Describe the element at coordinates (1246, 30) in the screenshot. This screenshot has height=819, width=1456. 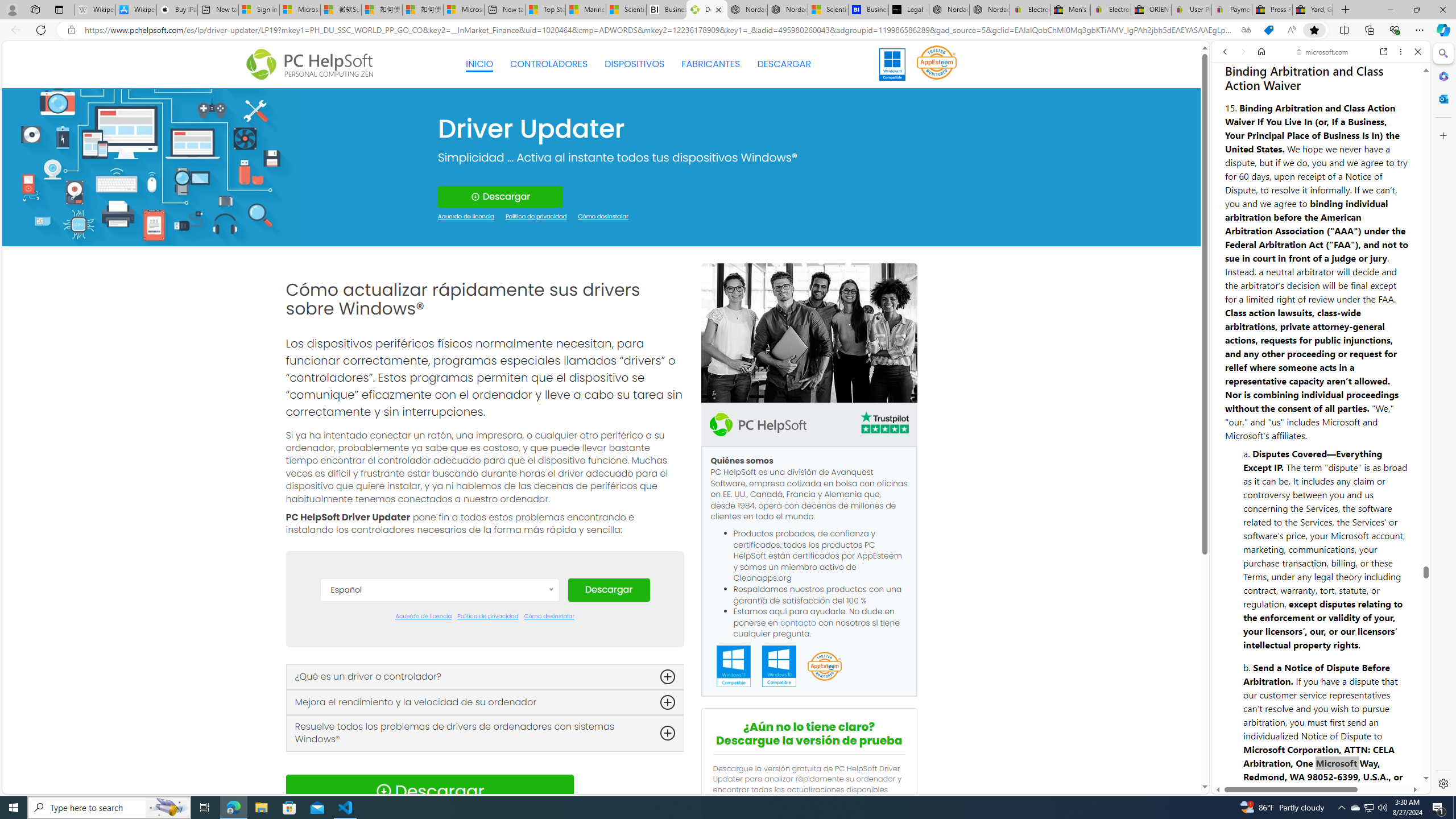
I see `'Show translate options'` at that location.